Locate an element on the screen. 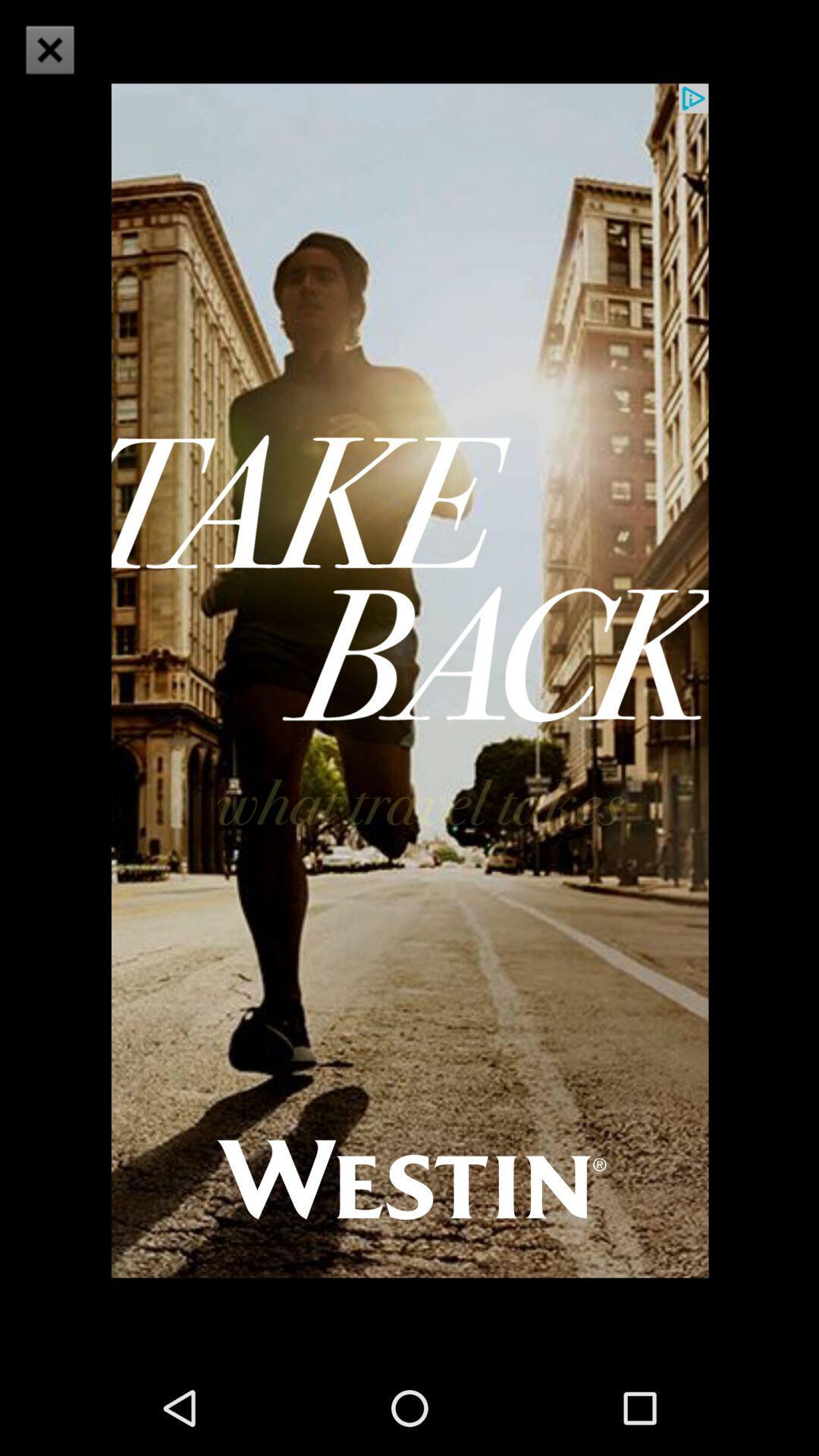 The height and width of the screenshot is (1456, 819). the close icon is located at coordinates (49, 53).